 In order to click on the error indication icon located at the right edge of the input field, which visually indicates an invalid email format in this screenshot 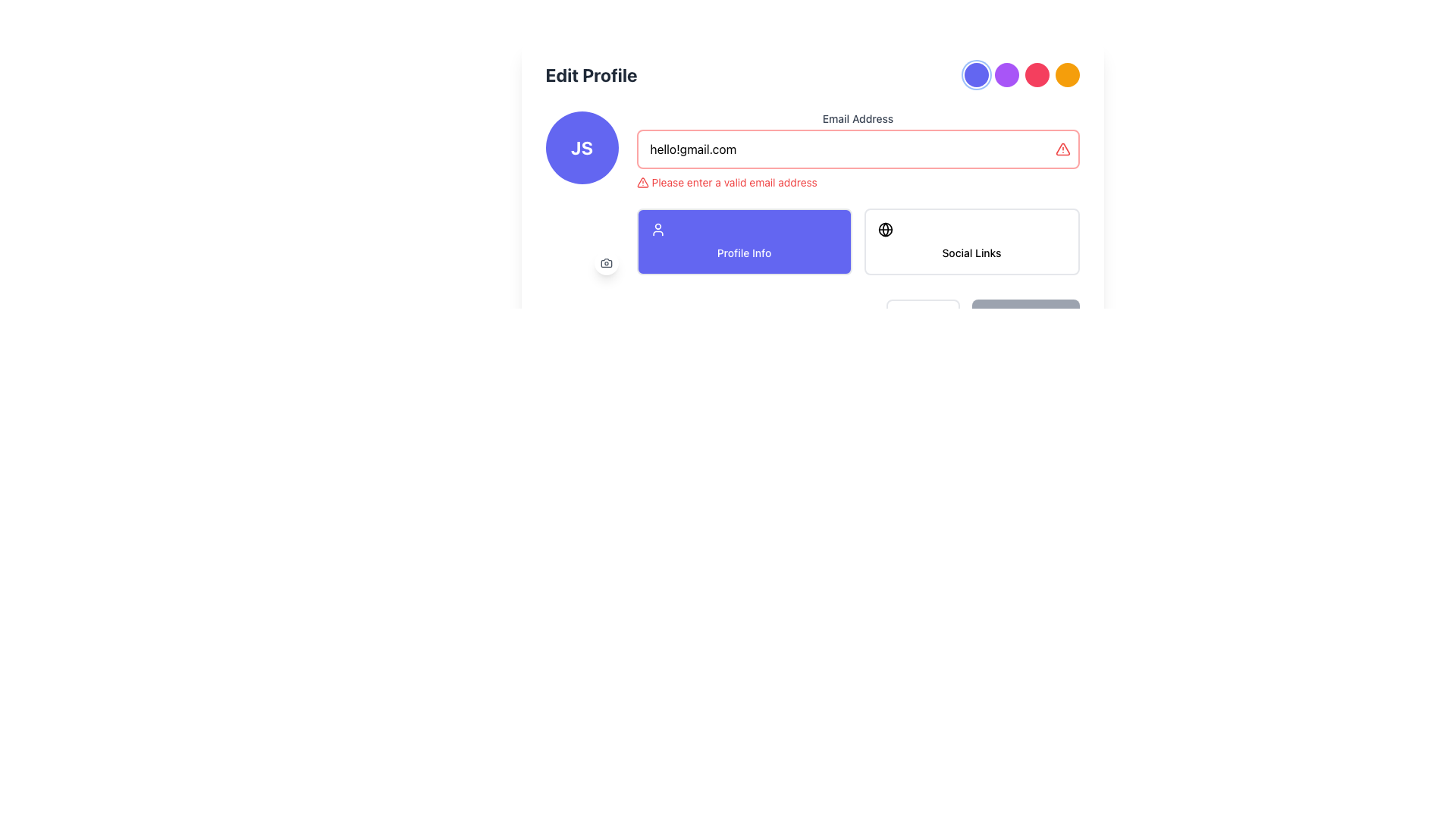, I will do `click(1062, 149)`.